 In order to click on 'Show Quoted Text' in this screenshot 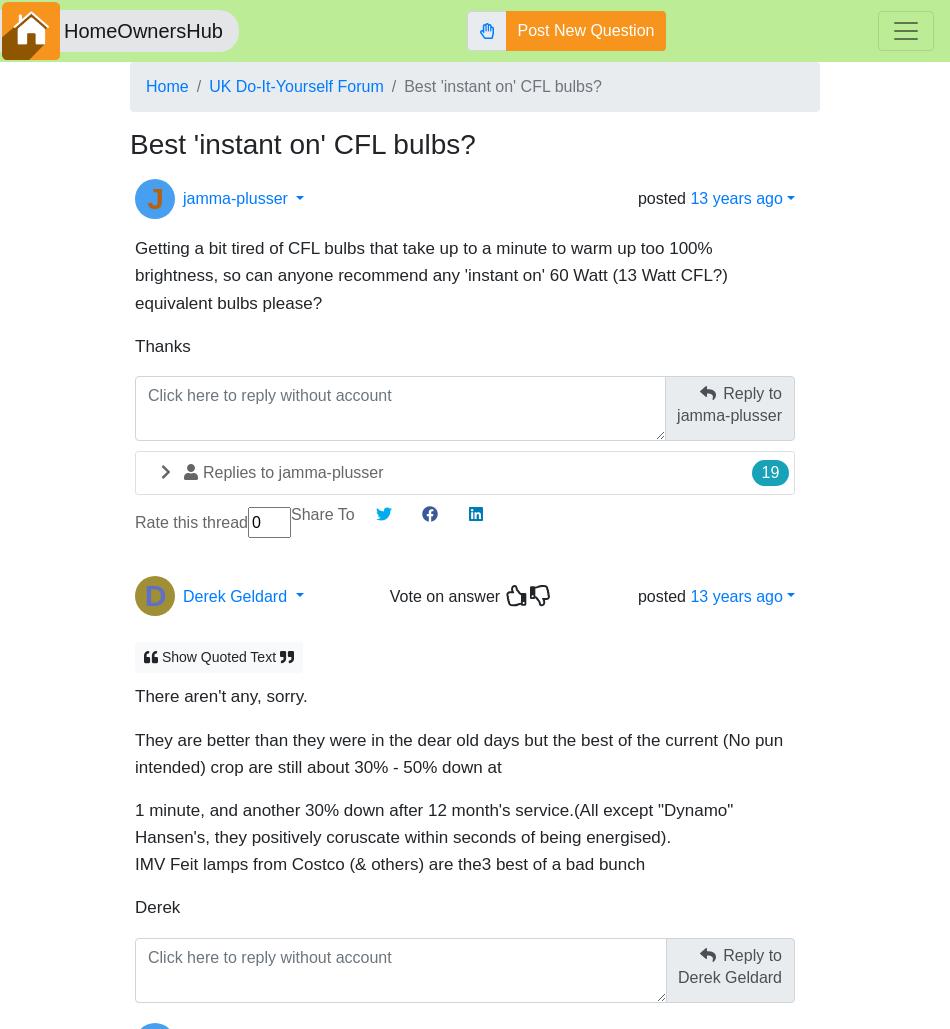, I will do `click(218, 647)`.